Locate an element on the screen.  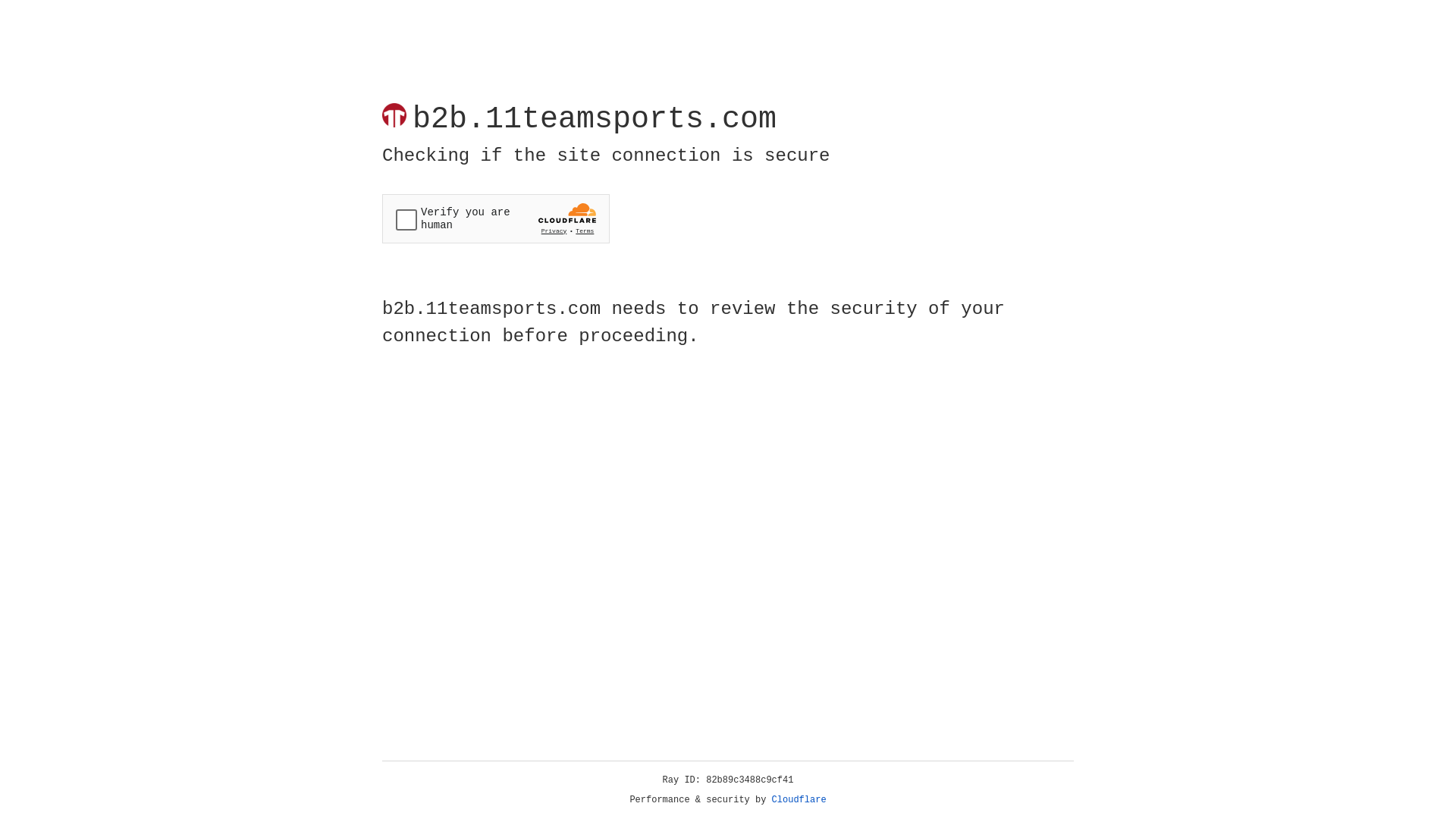
'Cloudflare' is located at coordinates (799, 799).